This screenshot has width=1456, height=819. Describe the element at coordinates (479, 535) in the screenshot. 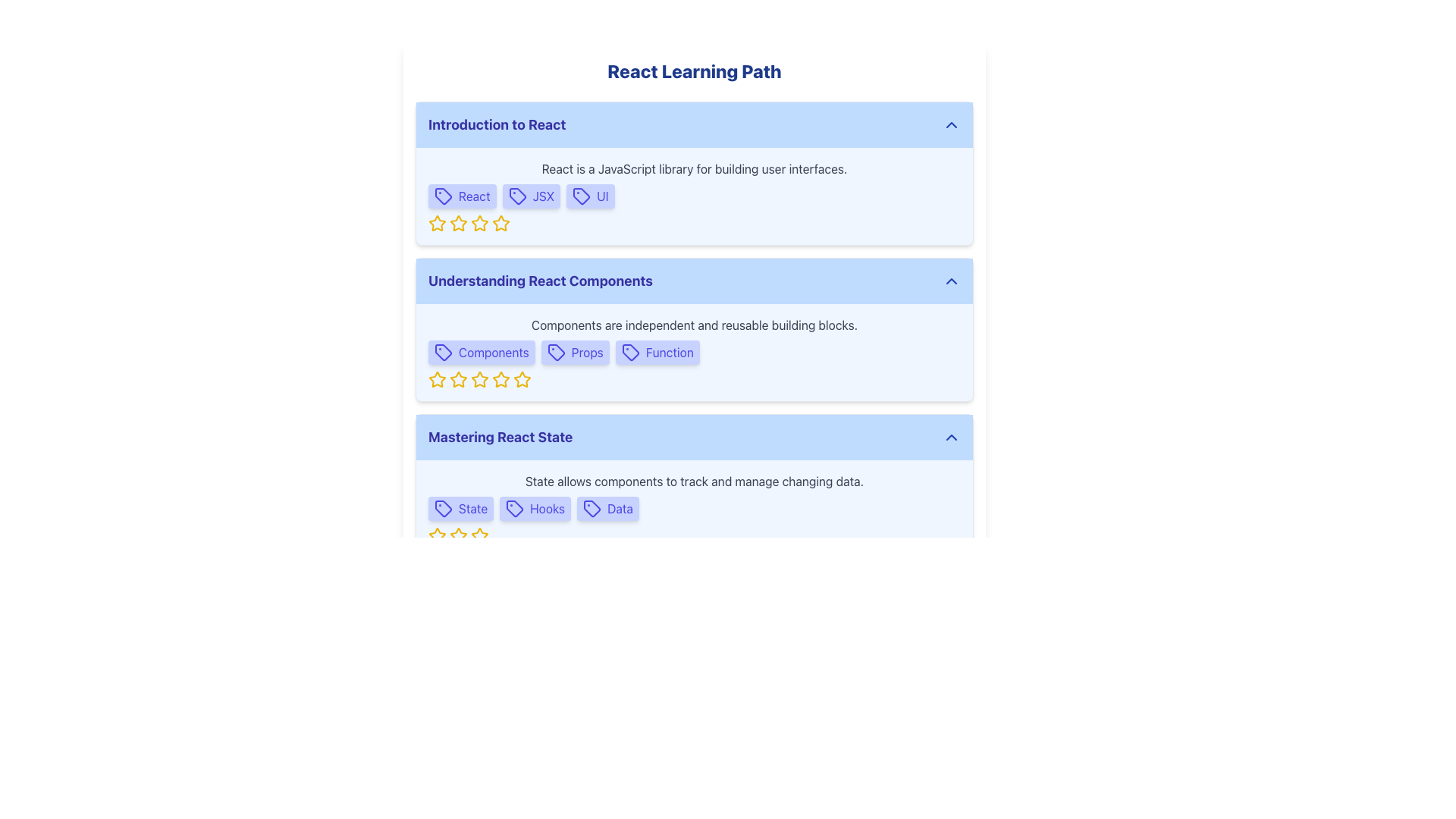

I see `the third star icon in the 'Mastering React State' section` at that location.